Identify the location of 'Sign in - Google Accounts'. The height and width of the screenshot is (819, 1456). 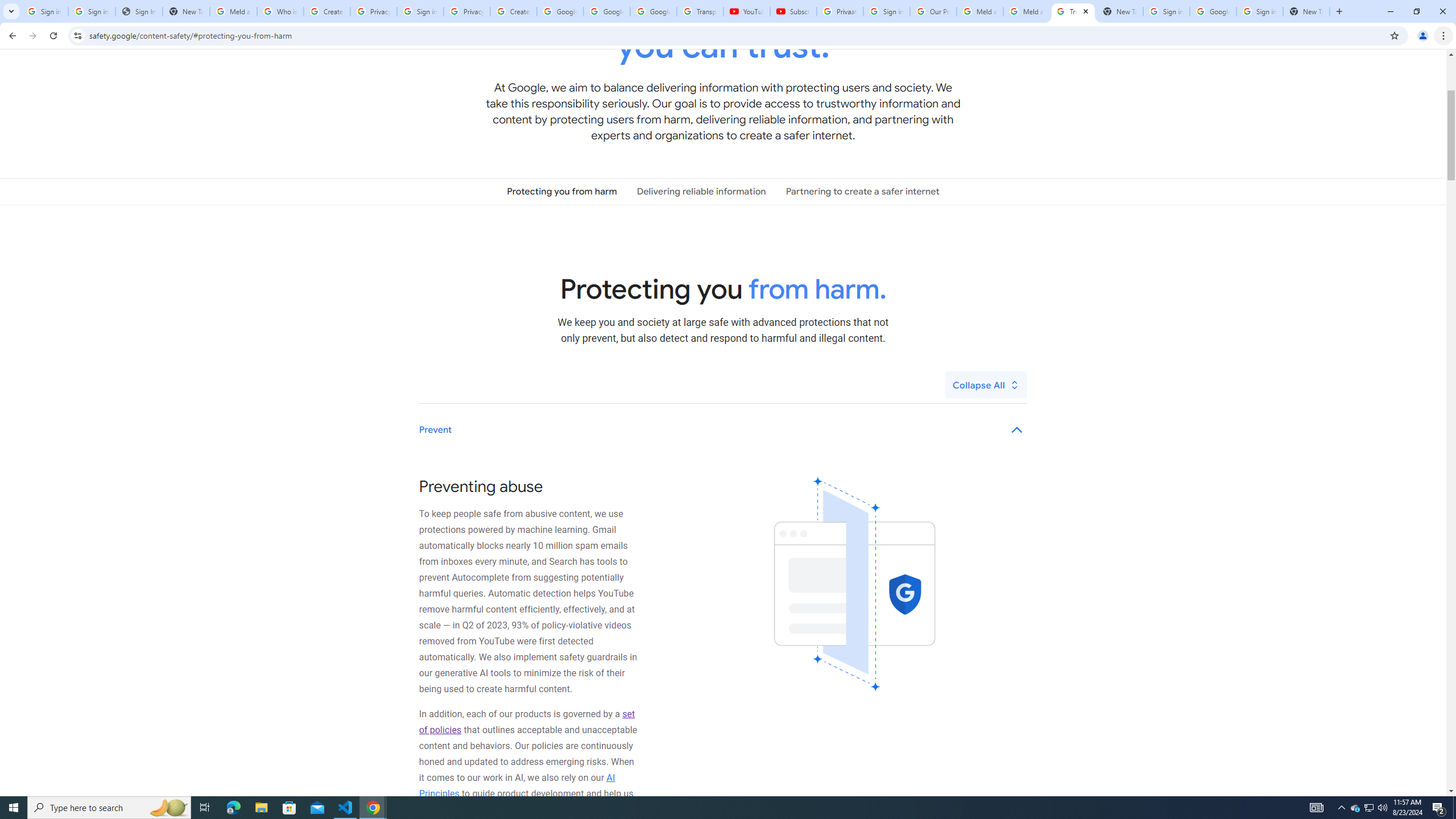
(419, 11).